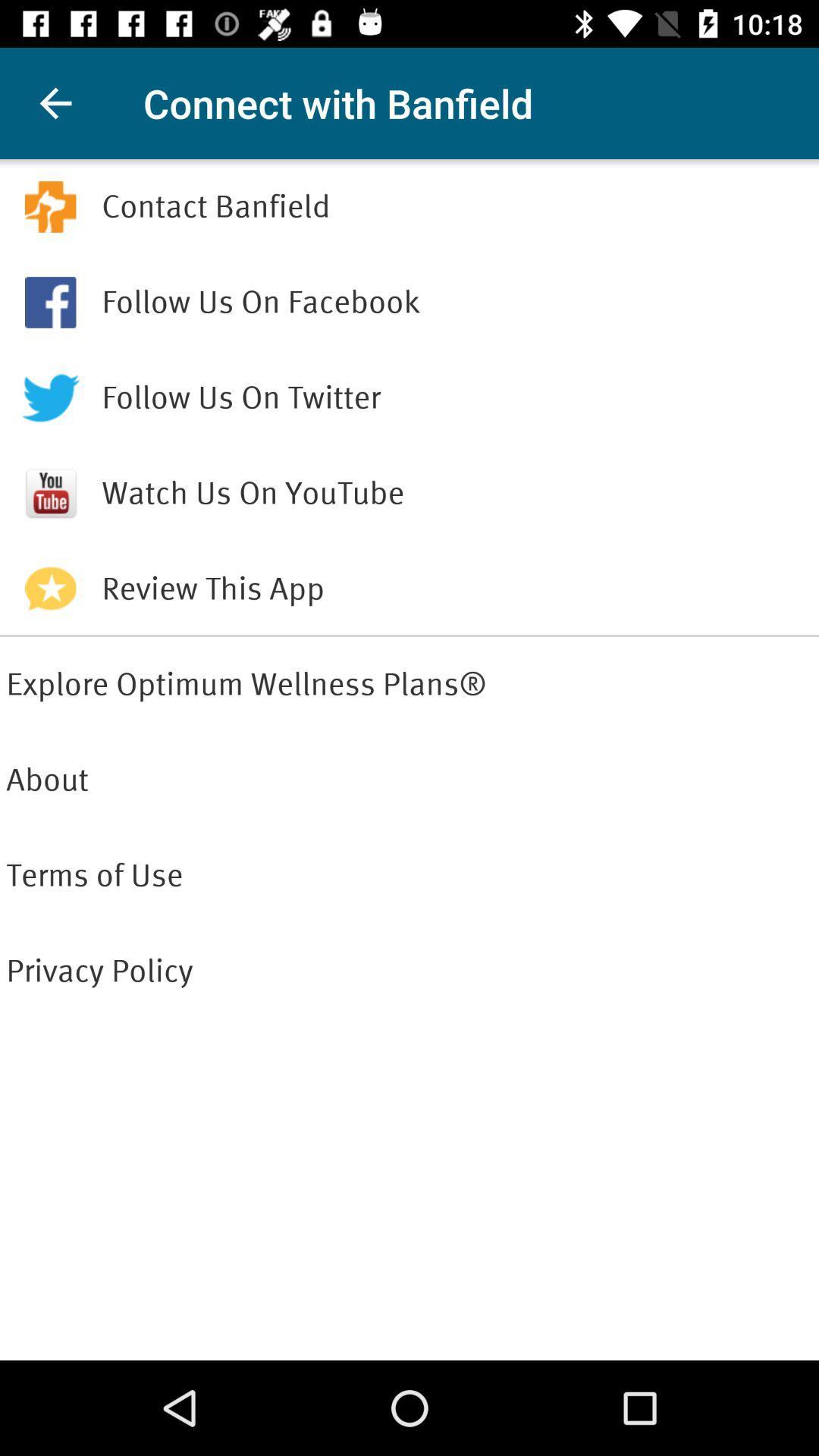  I want to click on the explore optimum wellness, so click(409, 683).